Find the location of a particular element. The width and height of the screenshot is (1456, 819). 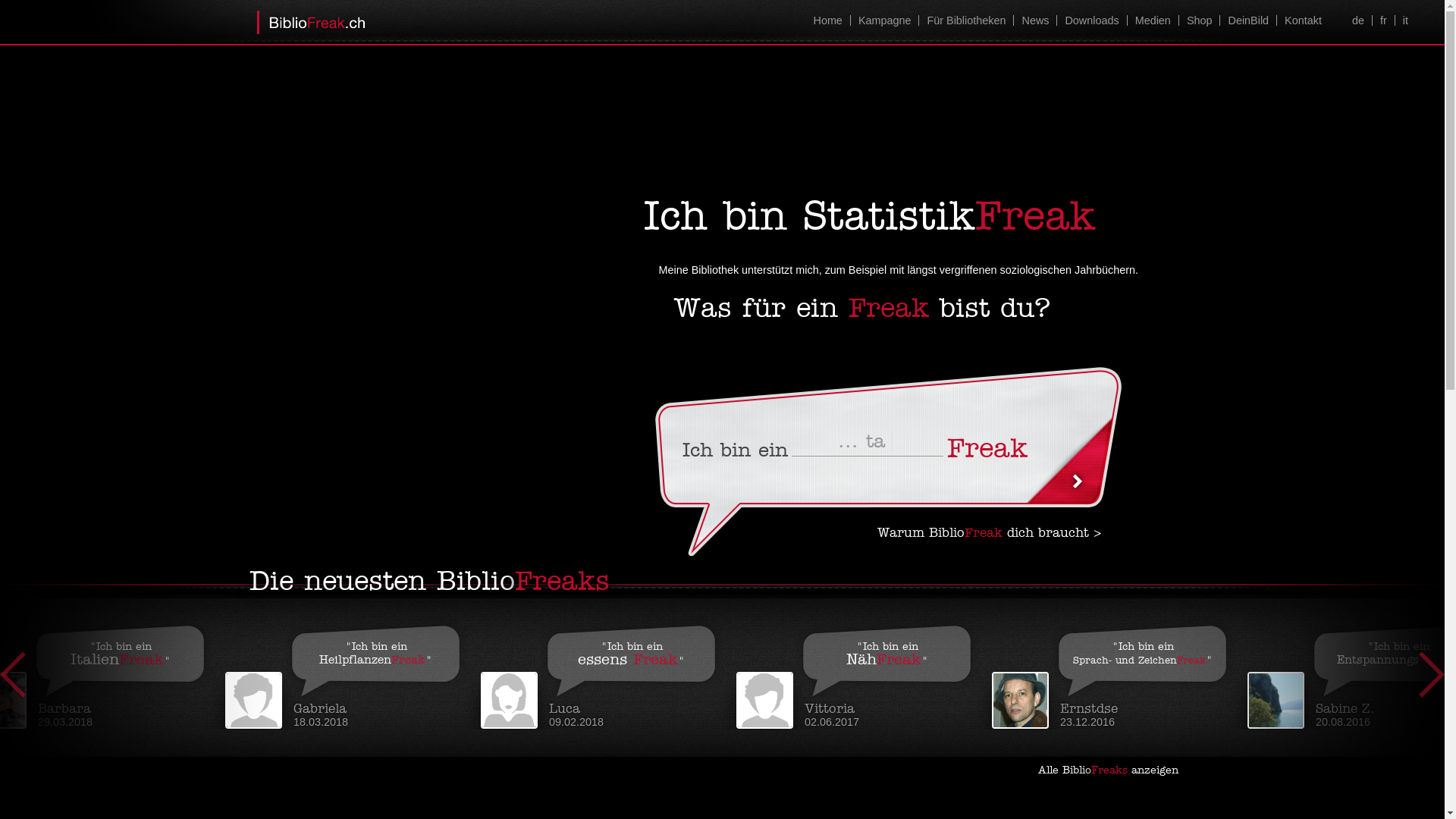

'fr' is located at coordinates (1383, 20).